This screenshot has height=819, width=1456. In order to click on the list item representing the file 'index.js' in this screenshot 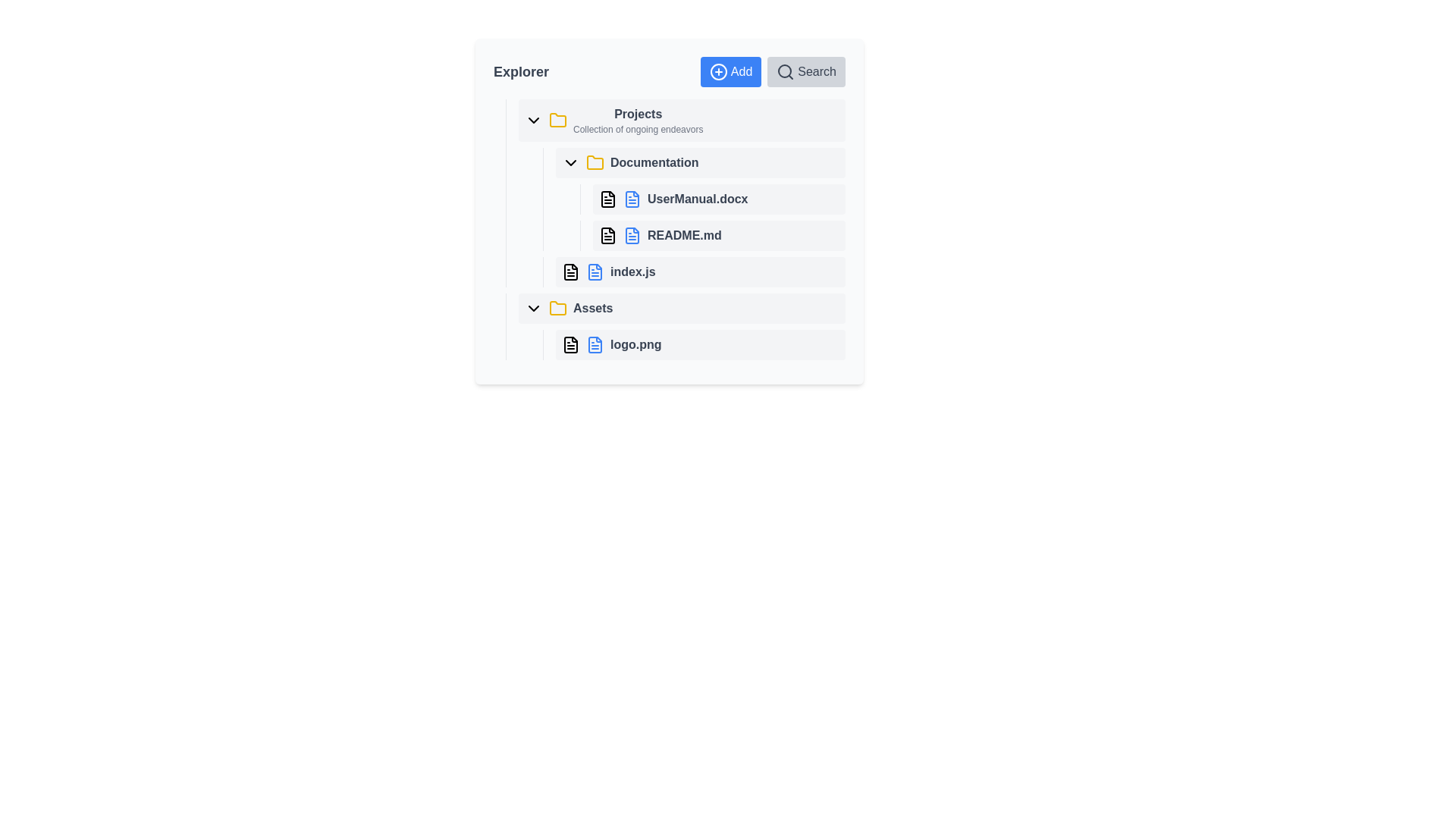, I will do `click(700, 271)`.